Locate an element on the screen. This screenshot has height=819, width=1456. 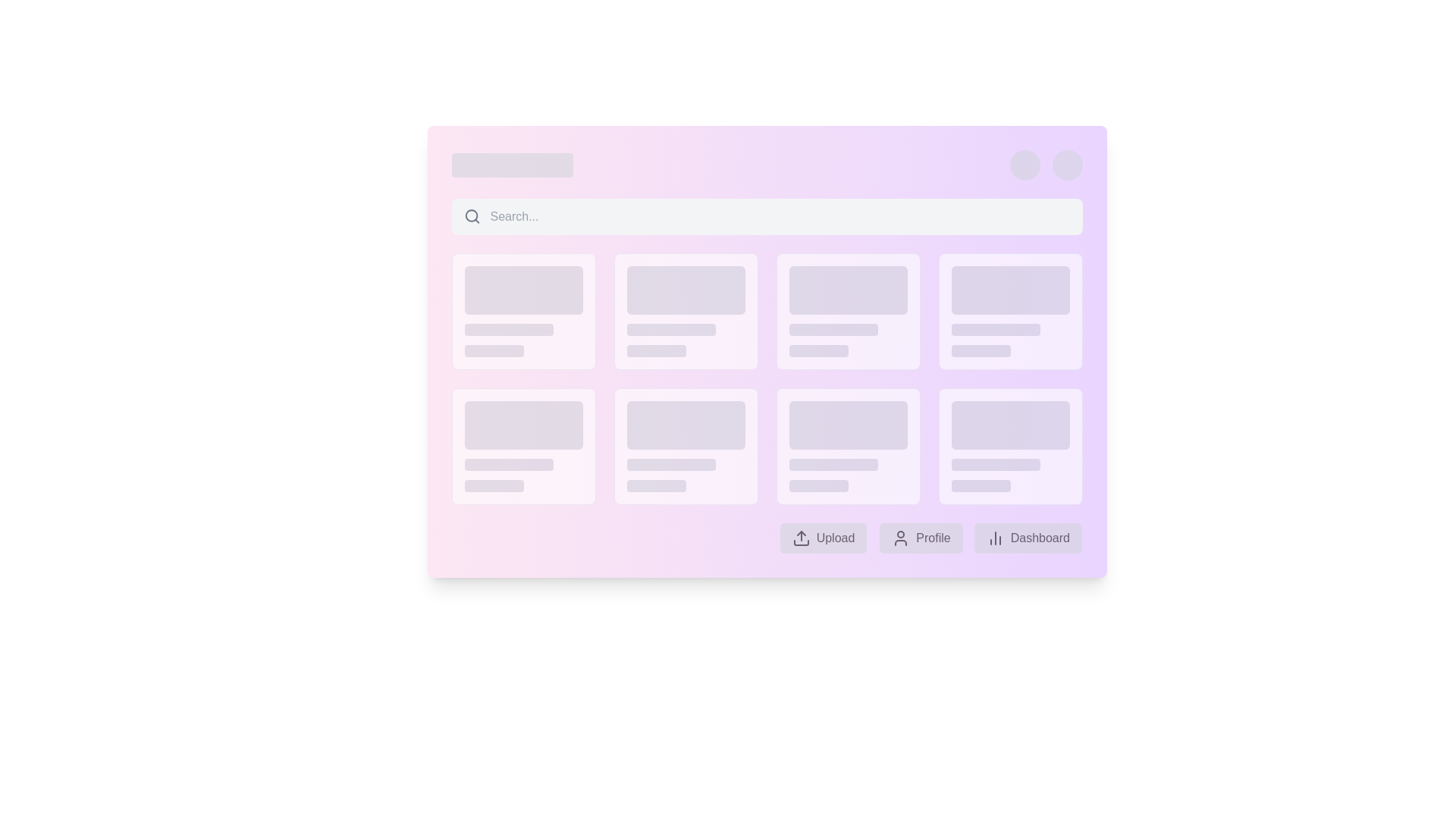
the 'Dashboard' button, which is a light gray rounded rectangle with a bar chart icon and the text 'Dashboard', to trigger tooltip or style changes is located at coordinates (1028, 537).